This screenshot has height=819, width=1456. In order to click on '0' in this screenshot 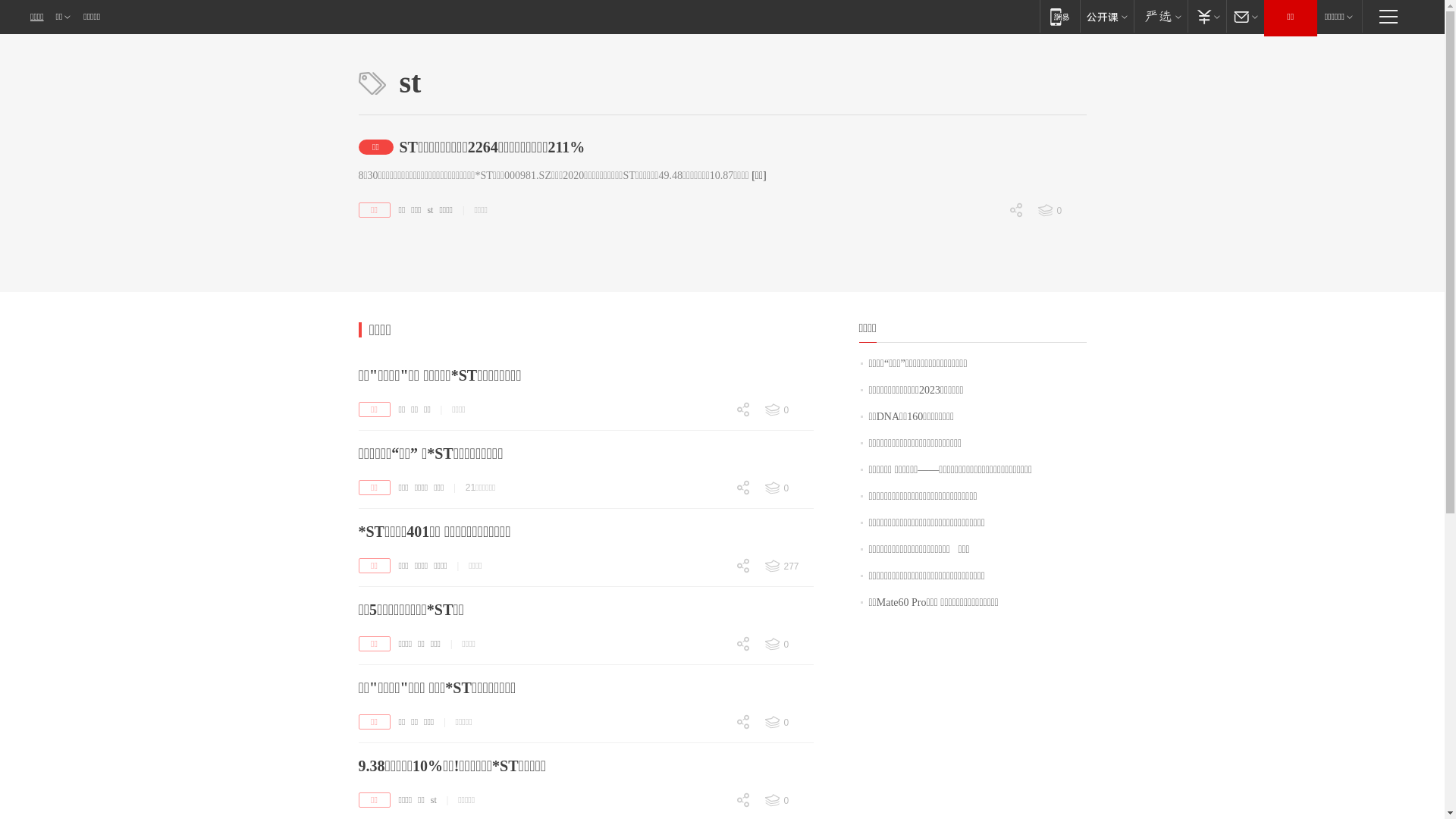, I will do `click(946, 290)`.